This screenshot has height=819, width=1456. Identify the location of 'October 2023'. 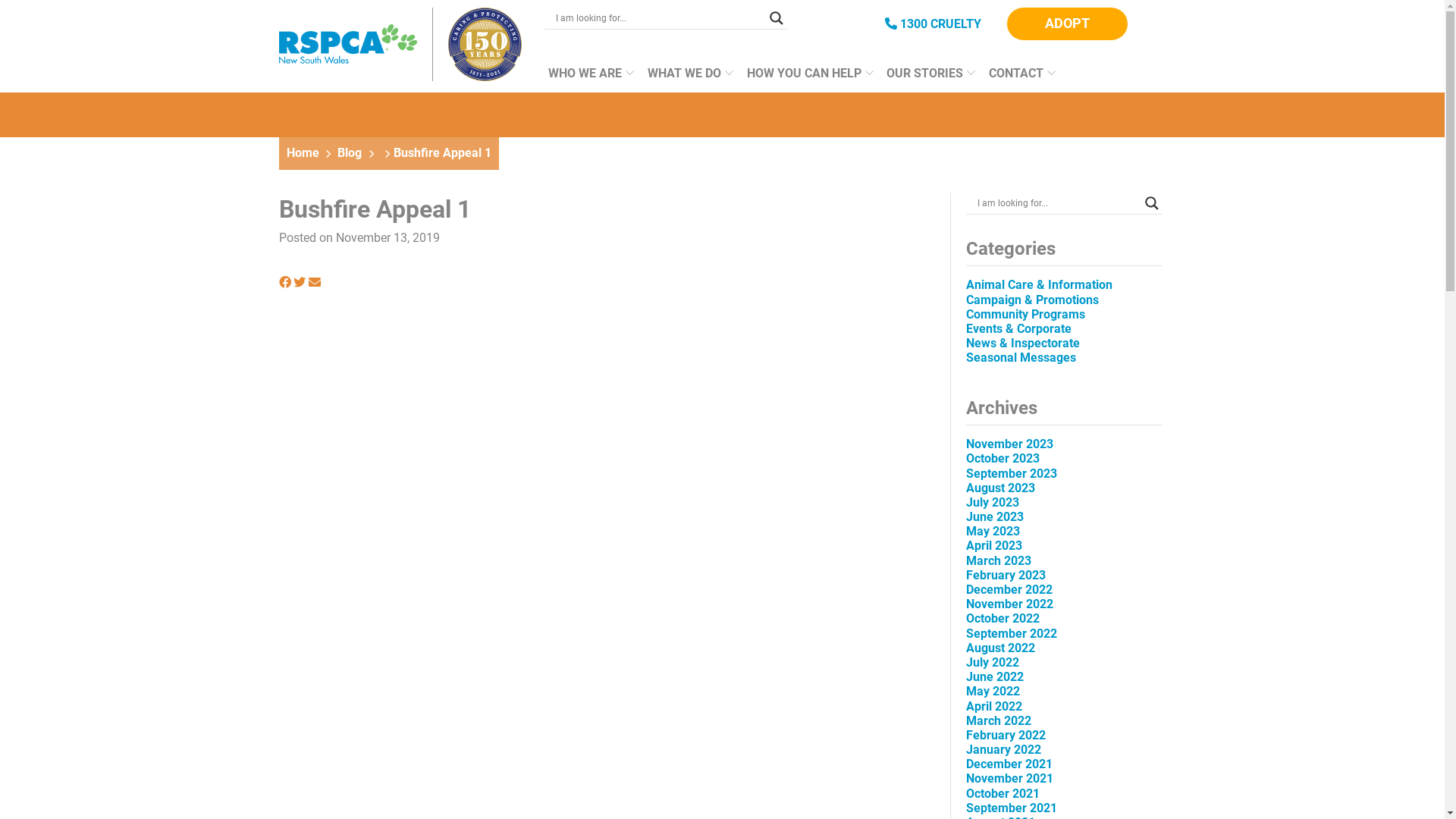
(1003, 457).